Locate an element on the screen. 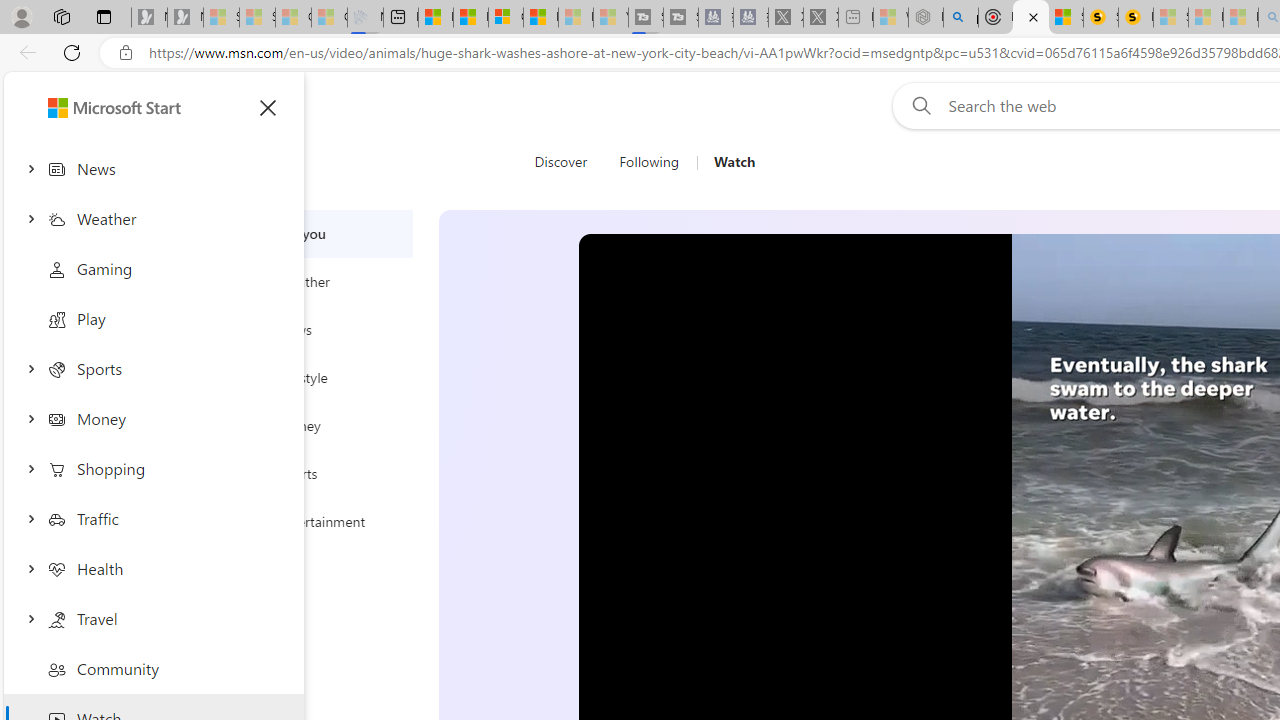 The height and width of the screenshot is (720, 1280). 'Watch' is located at coordinates (726, 162).